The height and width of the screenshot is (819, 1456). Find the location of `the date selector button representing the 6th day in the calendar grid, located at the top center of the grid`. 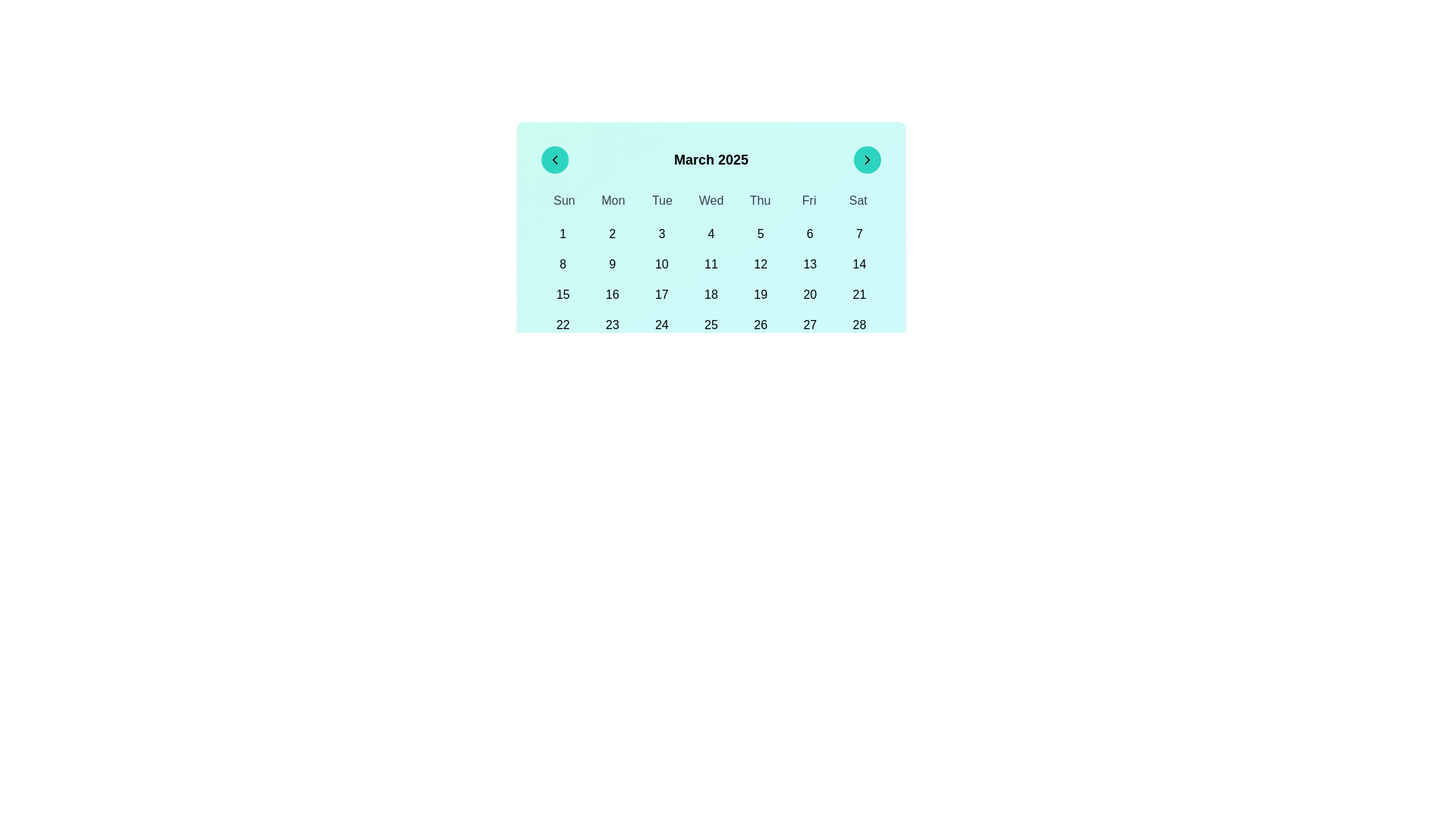

the date selector button representing the 6th day in the calendar grid, located at the top center of the grid is located at coordinates (809, 234).